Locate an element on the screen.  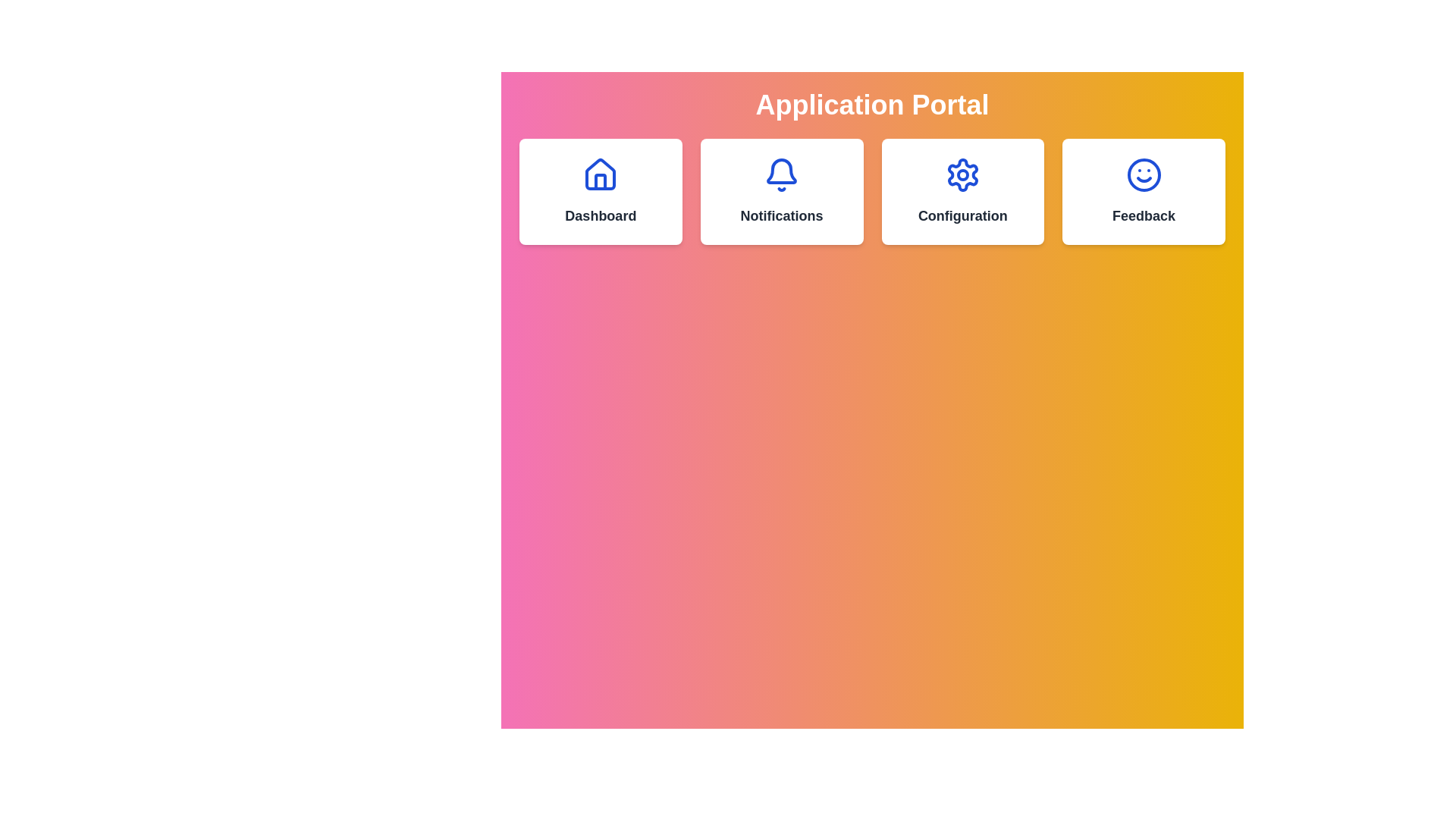
the 'Configuration' Text Label located in the third square card from the left in a four-card horizontal layout is located at coordinates (962, 216).